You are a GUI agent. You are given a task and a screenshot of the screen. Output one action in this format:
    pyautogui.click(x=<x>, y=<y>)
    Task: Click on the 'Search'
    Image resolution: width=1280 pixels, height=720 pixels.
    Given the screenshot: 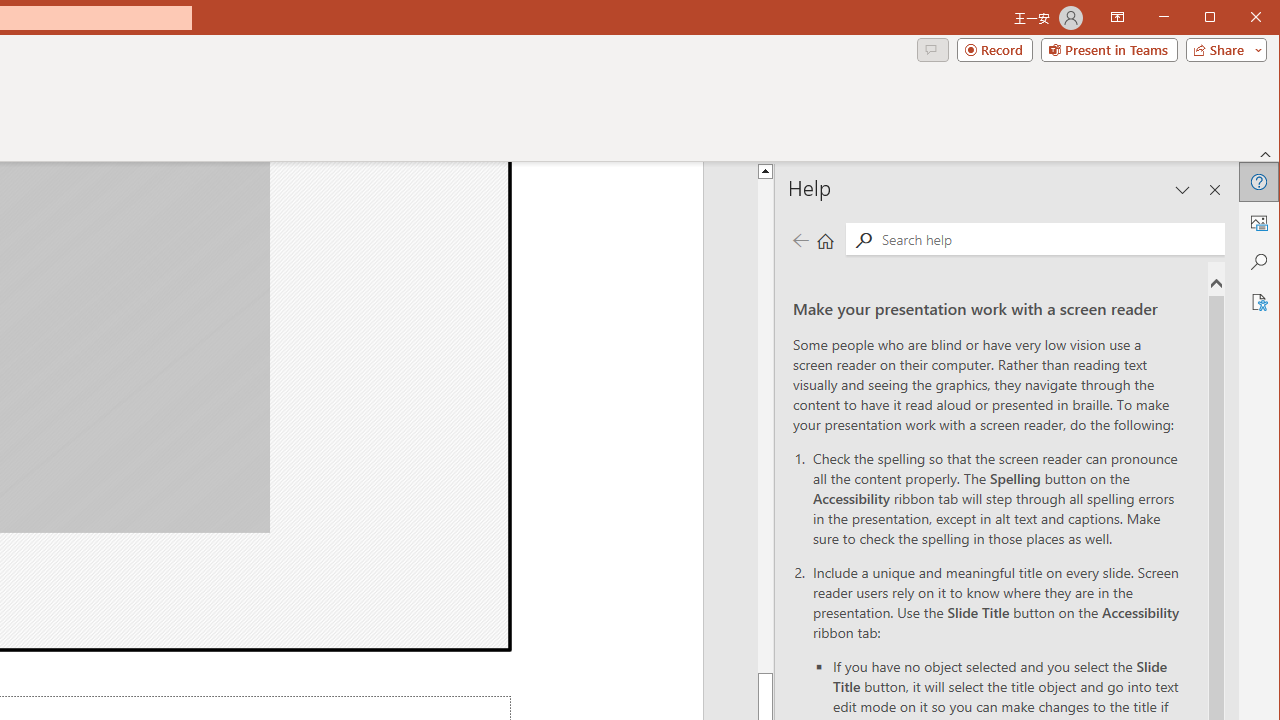 What is the action you would take?
    pyautogui.click(x=1047, y=238)
    